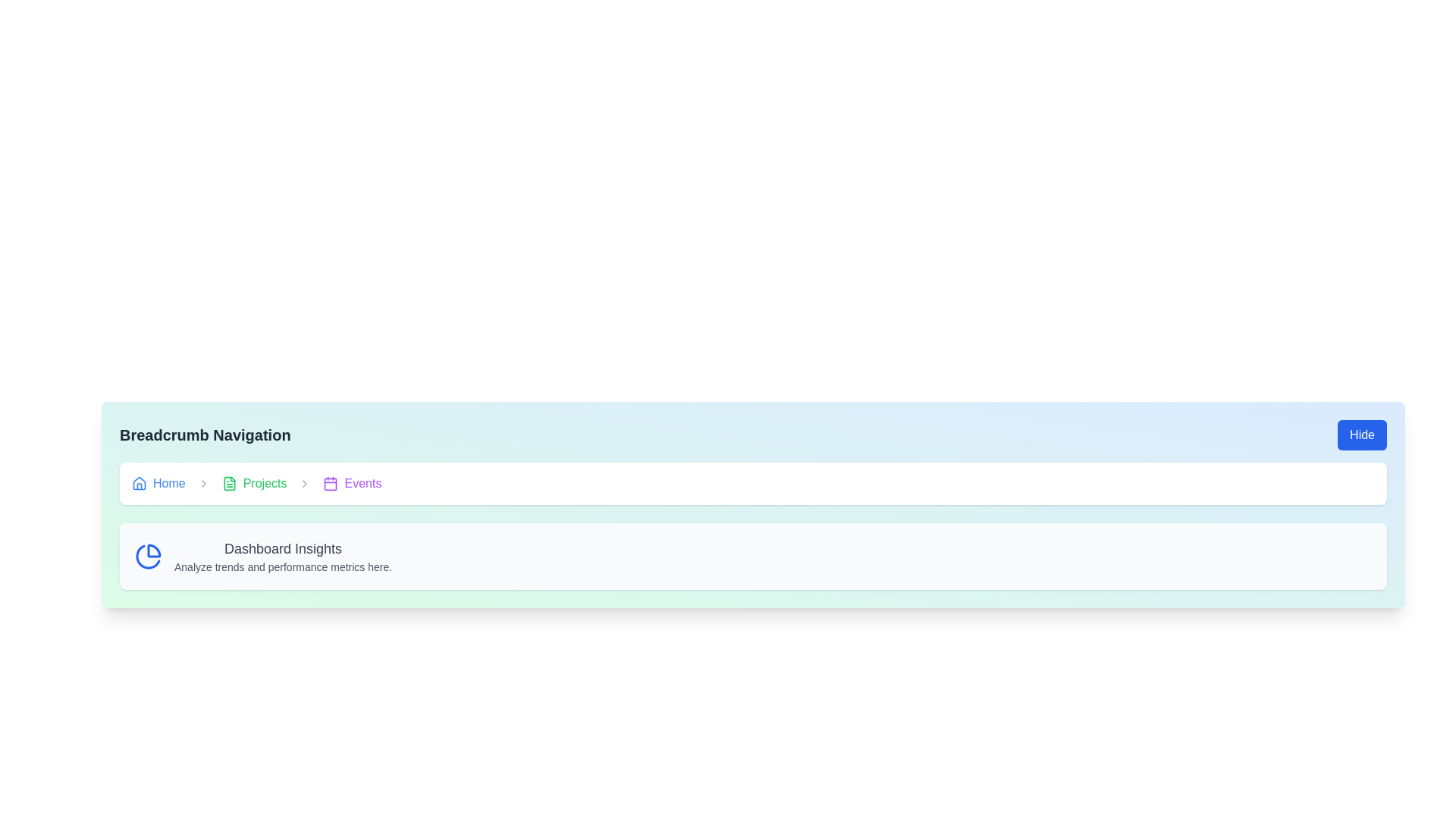 The height and width of the screenshot is (819, 1456). I want to click on the calendar icon representing the 'Events' section in the breadcrumb navigation bar, located between the 'Projects' and 'Events' breadcrumbs, so click(330, 484).